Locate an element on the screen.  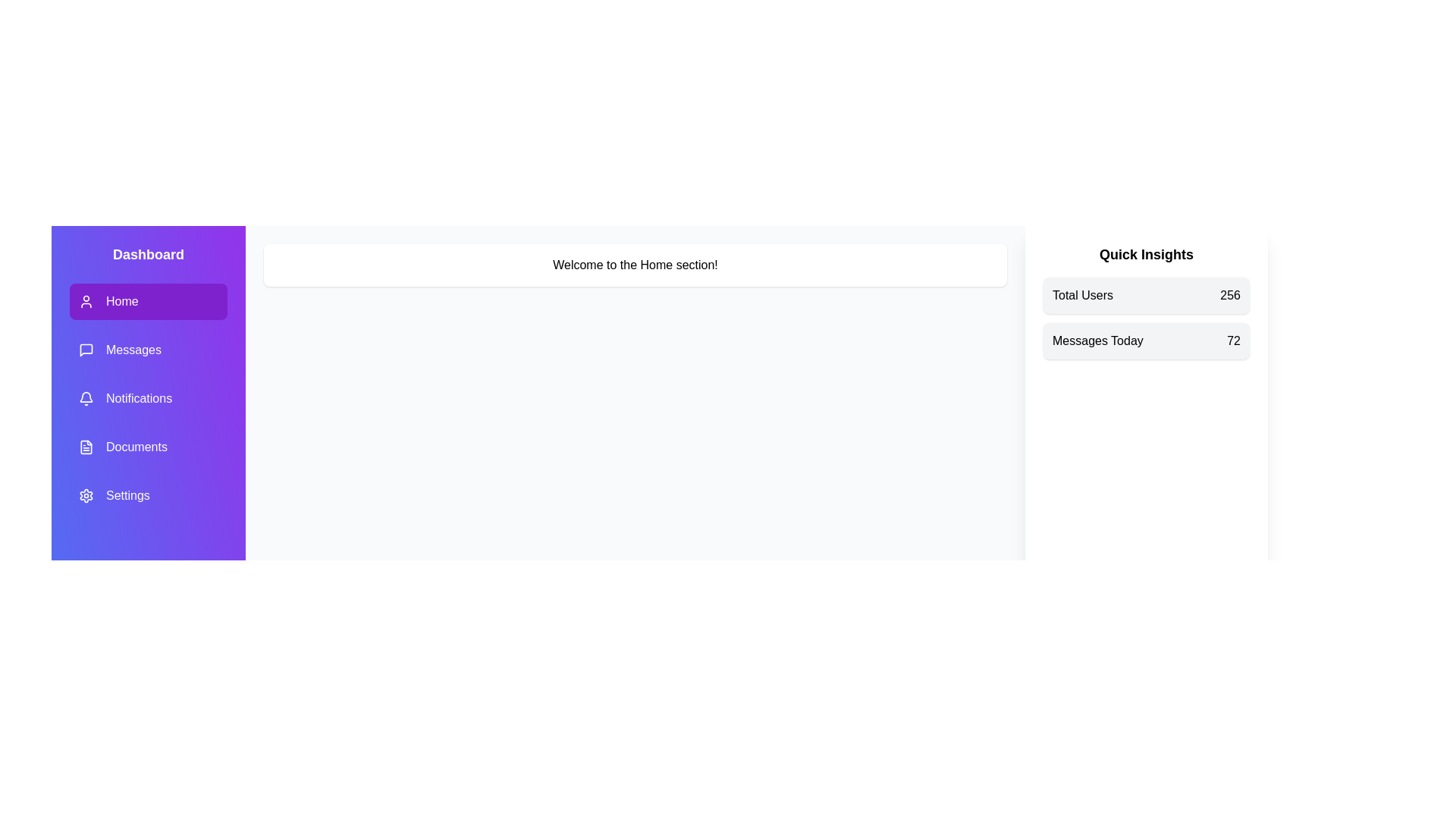
the icon resembling a square speech bubble next to the 'Messages' label in the vertical navigation menu on the left side of the interface is located at coordinates (86, 350).